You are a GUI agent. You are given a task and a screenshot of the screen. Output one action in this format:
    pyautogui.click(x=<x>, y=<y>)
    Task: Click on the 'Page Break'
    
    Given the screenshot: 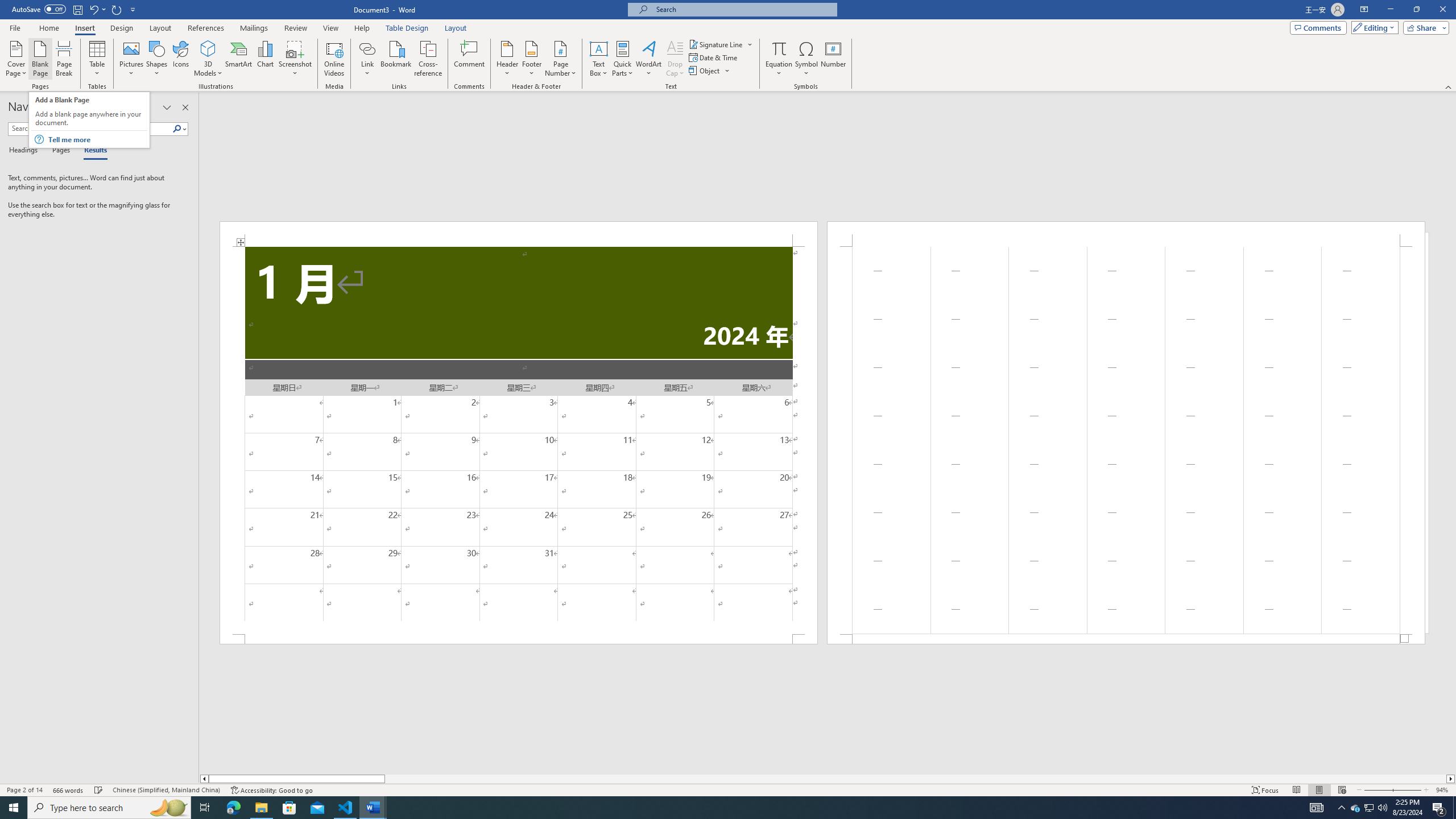 What is the action you would take?
    pyautogui.click(x=63, y=59)
    